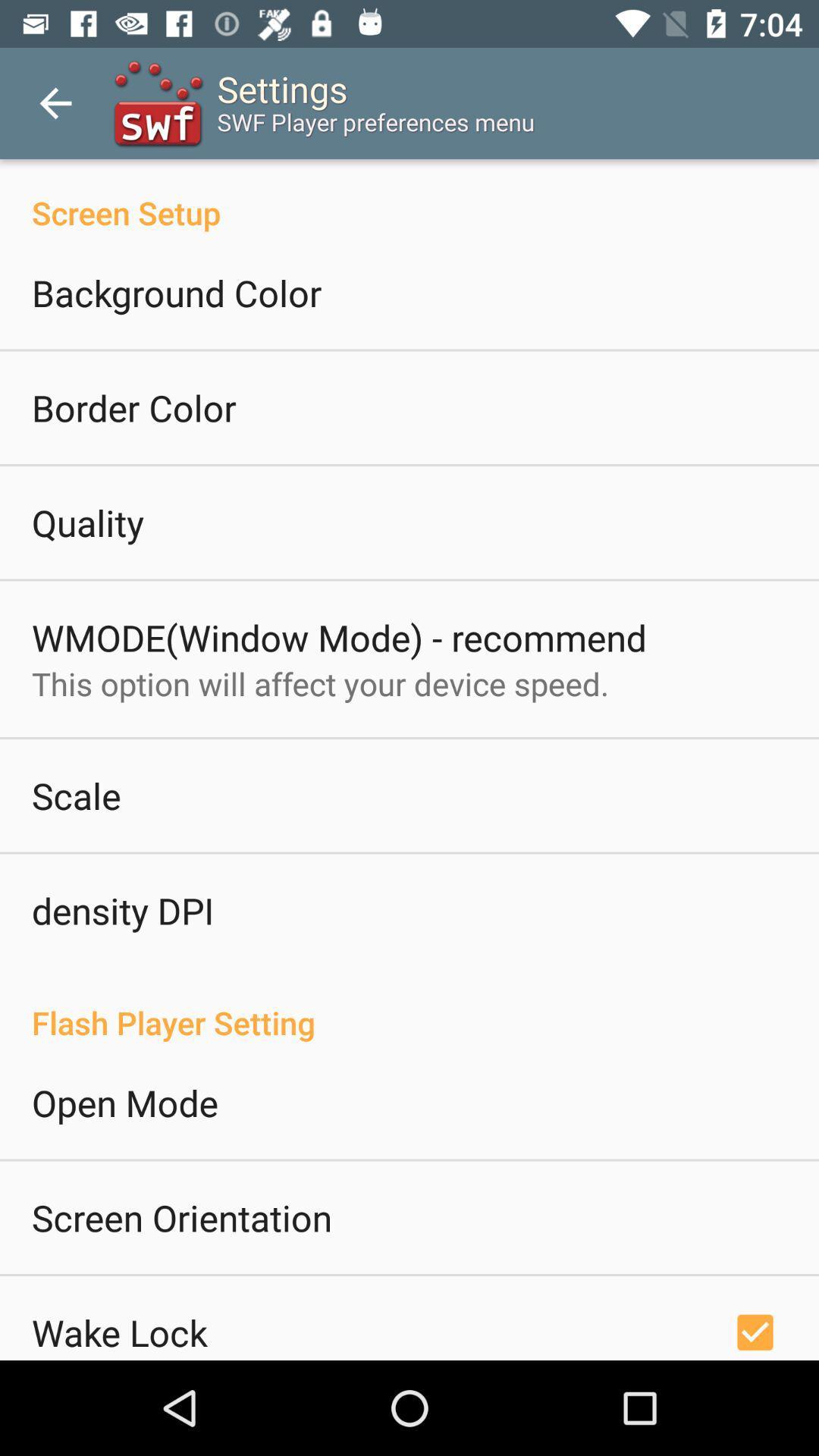  Describe the element at coordinates (338, 637) in the screenshot. I see `the wmode window mode item` at that location.